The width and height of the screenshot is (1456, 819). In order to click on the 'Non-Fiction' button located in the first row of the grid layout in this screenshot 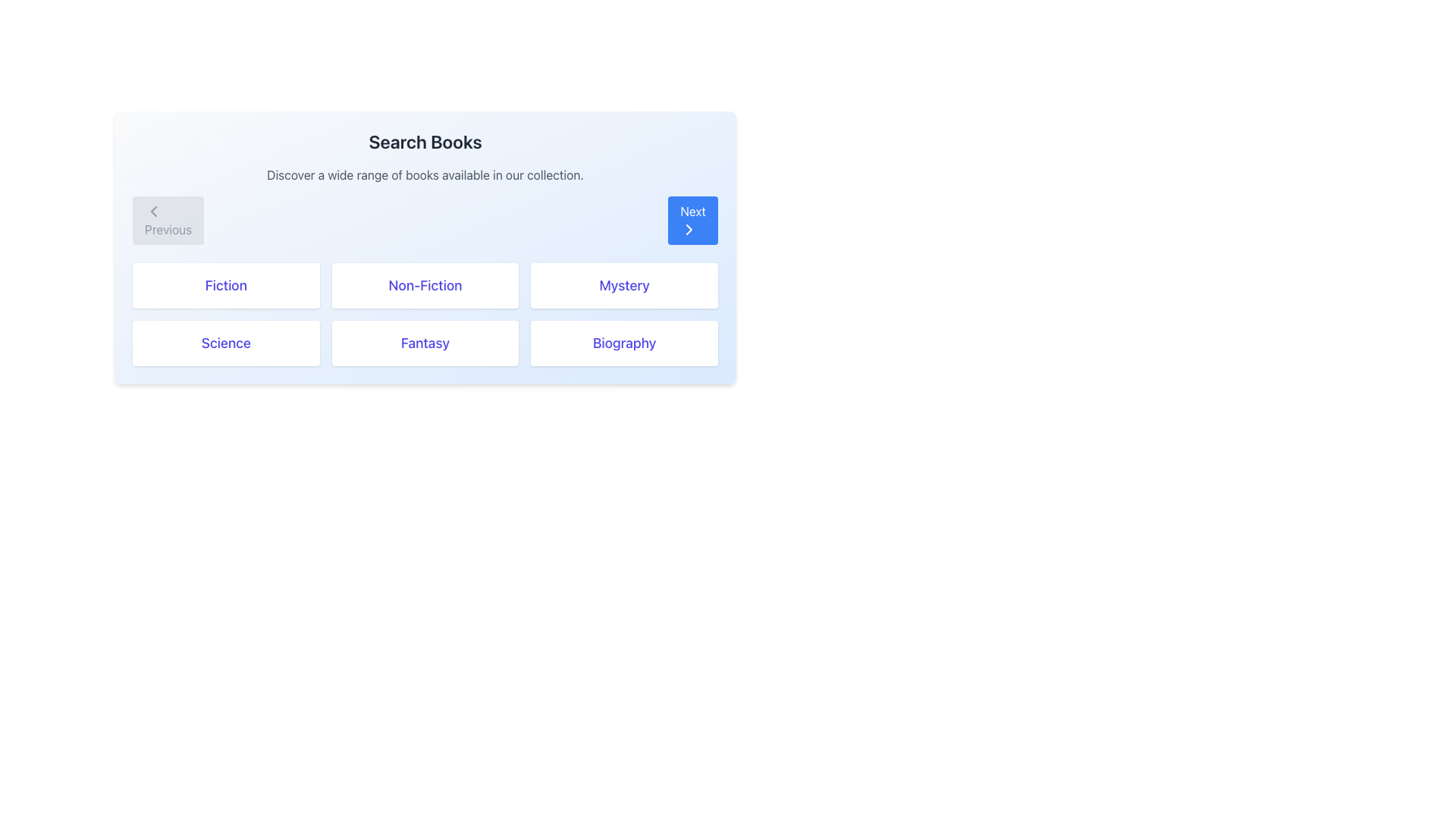, I will do `click(425, 286)`.